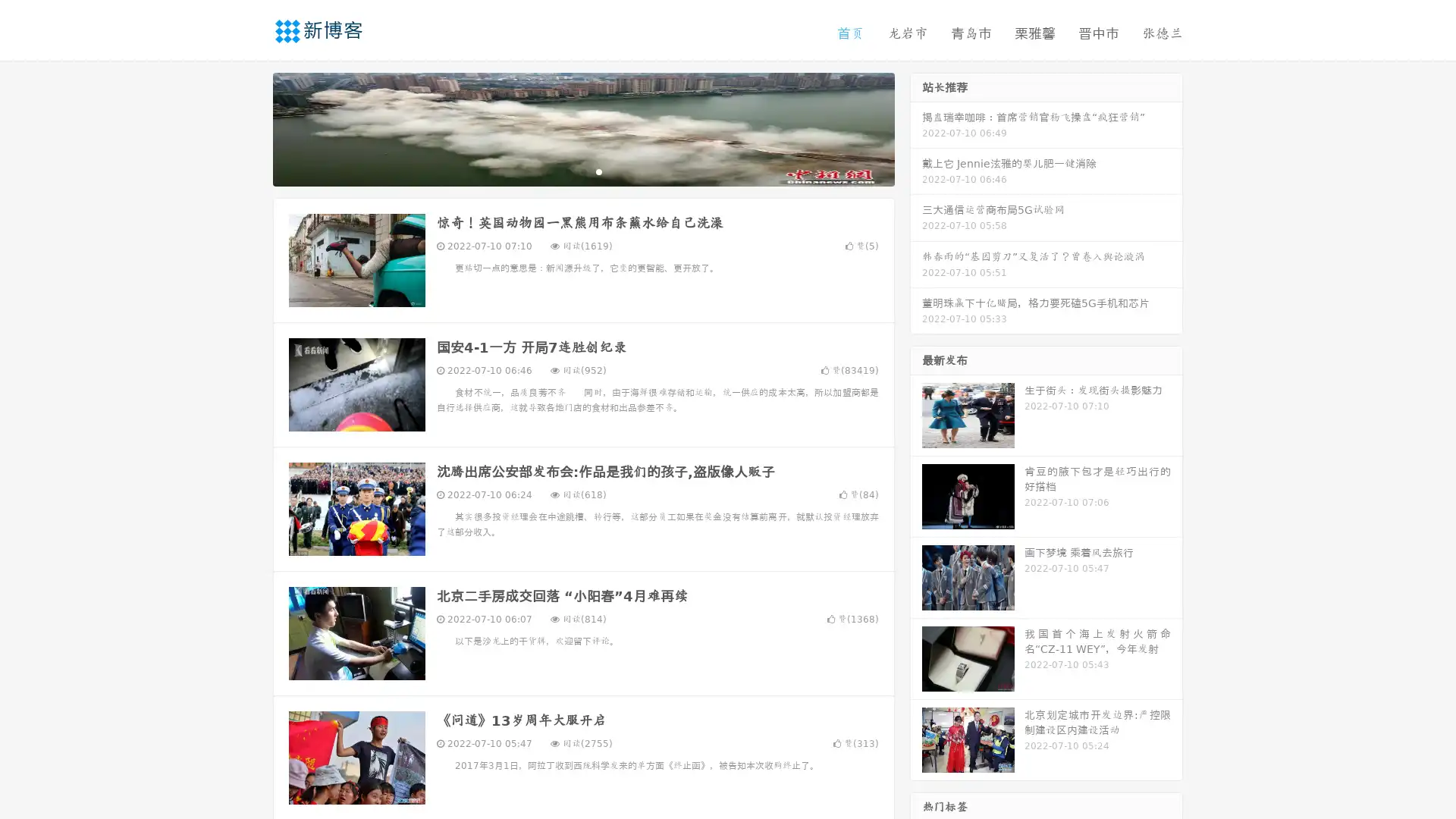 This screenshot has width=1456, height=819. What do you see at coordinates (582, 171) in the screenshot?
I see `Go to slide 2` at bounding box center [582, 171].